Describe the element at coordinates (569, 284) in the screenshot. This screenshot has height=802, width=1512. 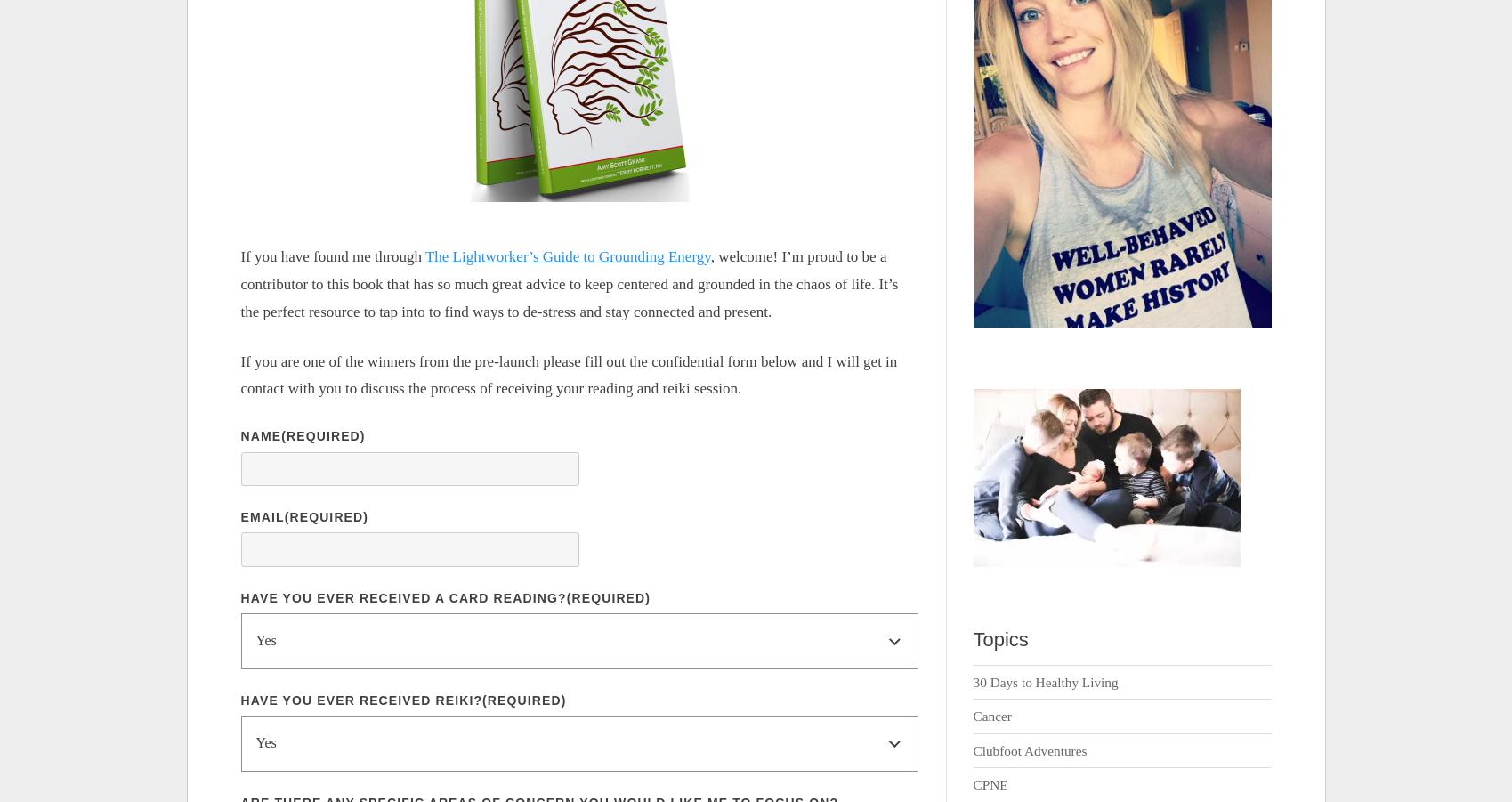
I see `', welcome! I’m proud to be a contributor to this book that has so much great advice to keep centered and grounded in the chaos of life. It’s the perfect resource to tap into to find ways to de-stress and stay connected and present.'` at that location.